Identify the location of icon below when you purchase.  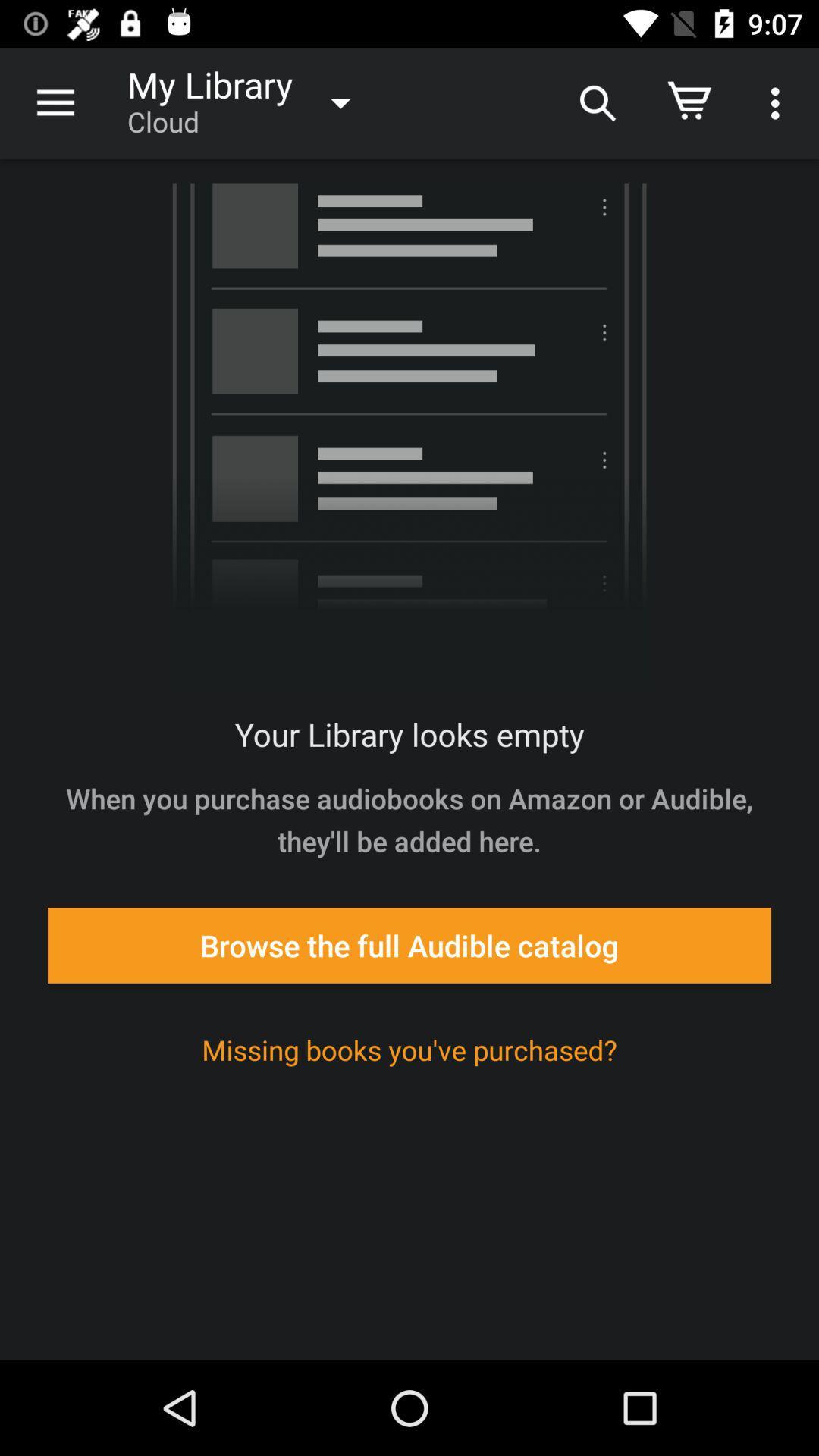
(409, 944).